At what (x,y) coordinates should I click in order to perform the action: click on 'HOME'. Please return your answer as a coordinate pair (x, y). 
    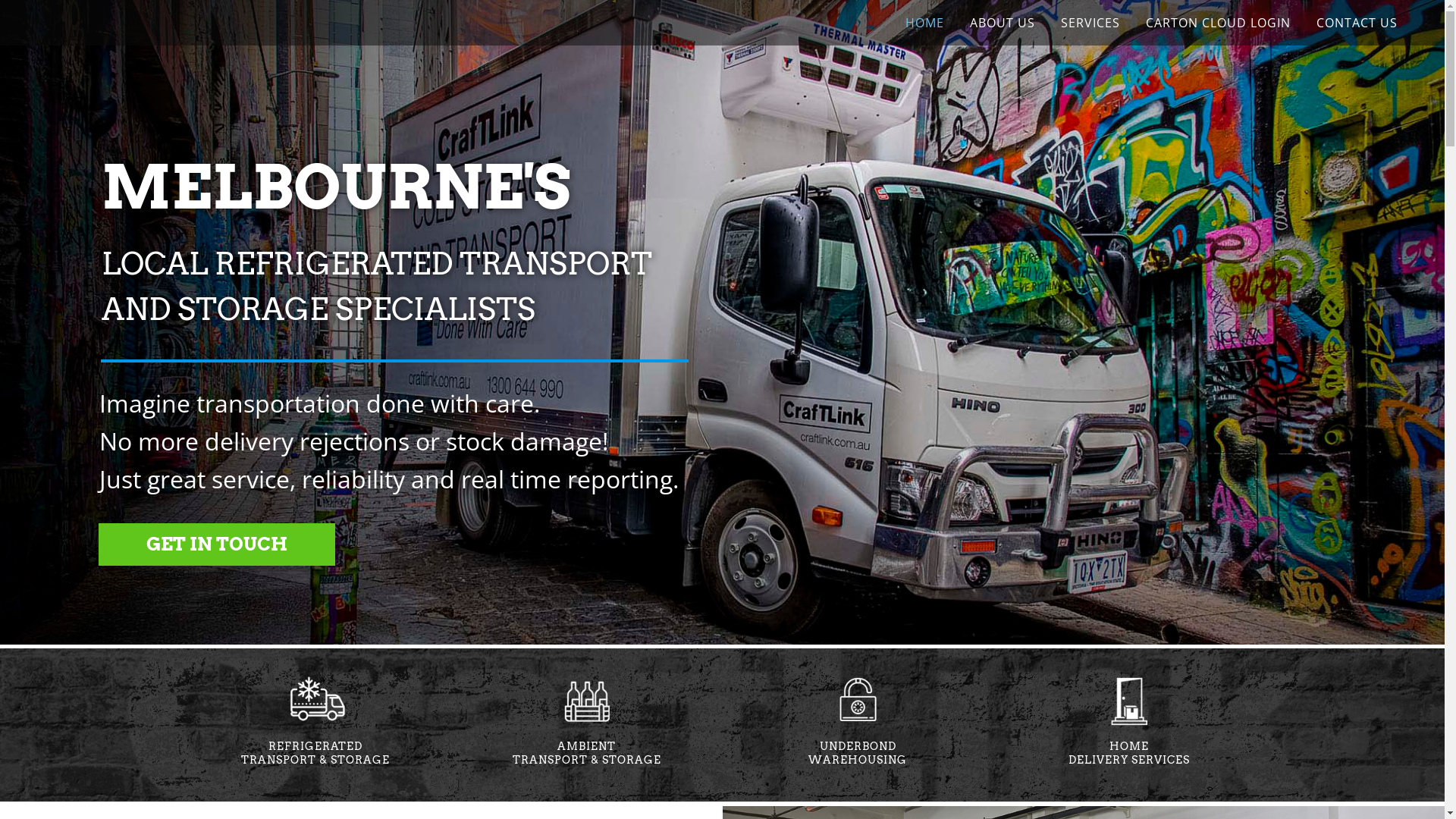
    Looking at the image, I should click on (892, 23).